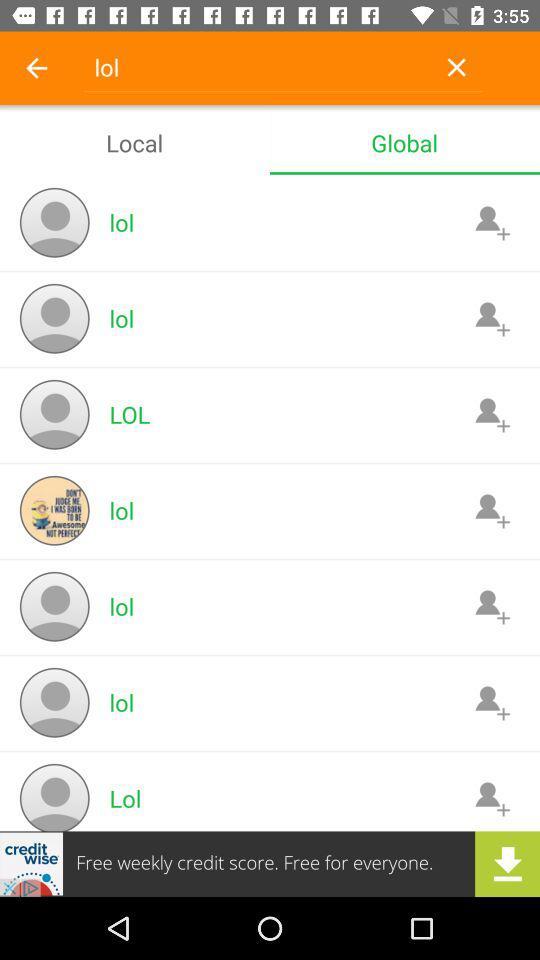 Image resolution: width=540 pixels, height=960 pixels. Describe the element at coordinates (491, 222) in the screenshot. I see `add` at that location.